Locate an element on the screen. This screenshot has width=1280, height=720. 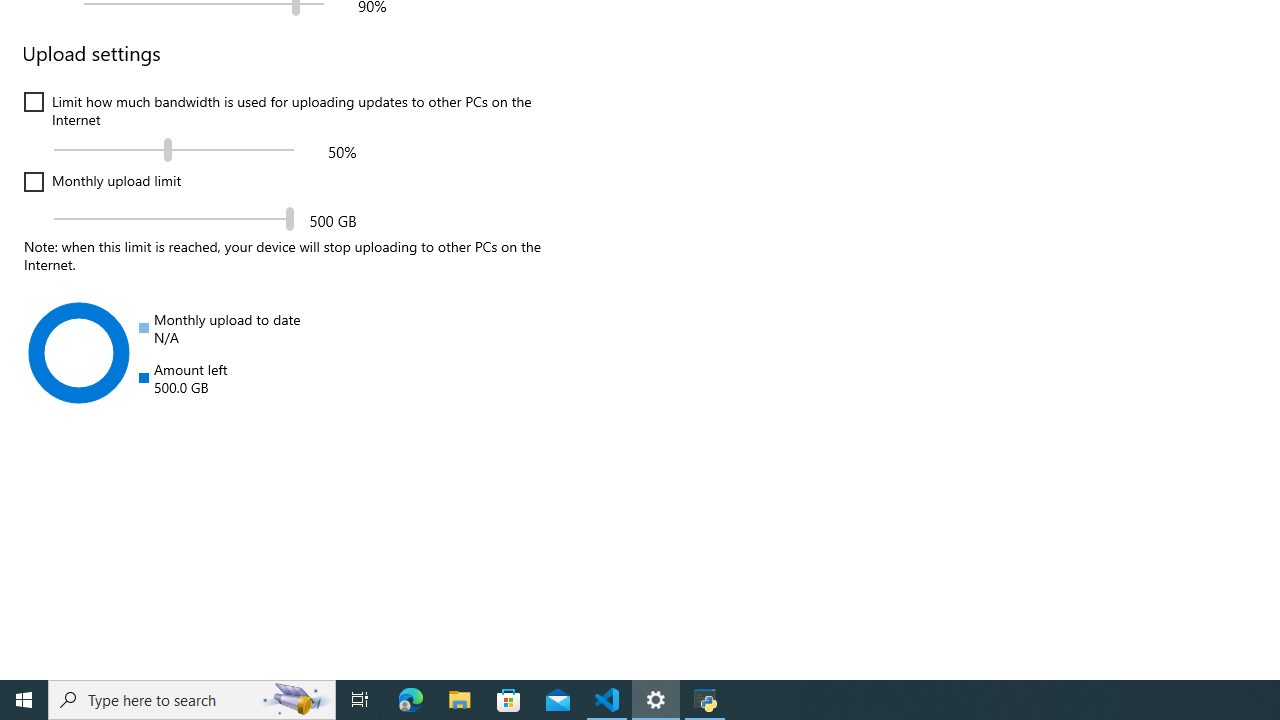
'Task View' is located at coordinates (359, 698).